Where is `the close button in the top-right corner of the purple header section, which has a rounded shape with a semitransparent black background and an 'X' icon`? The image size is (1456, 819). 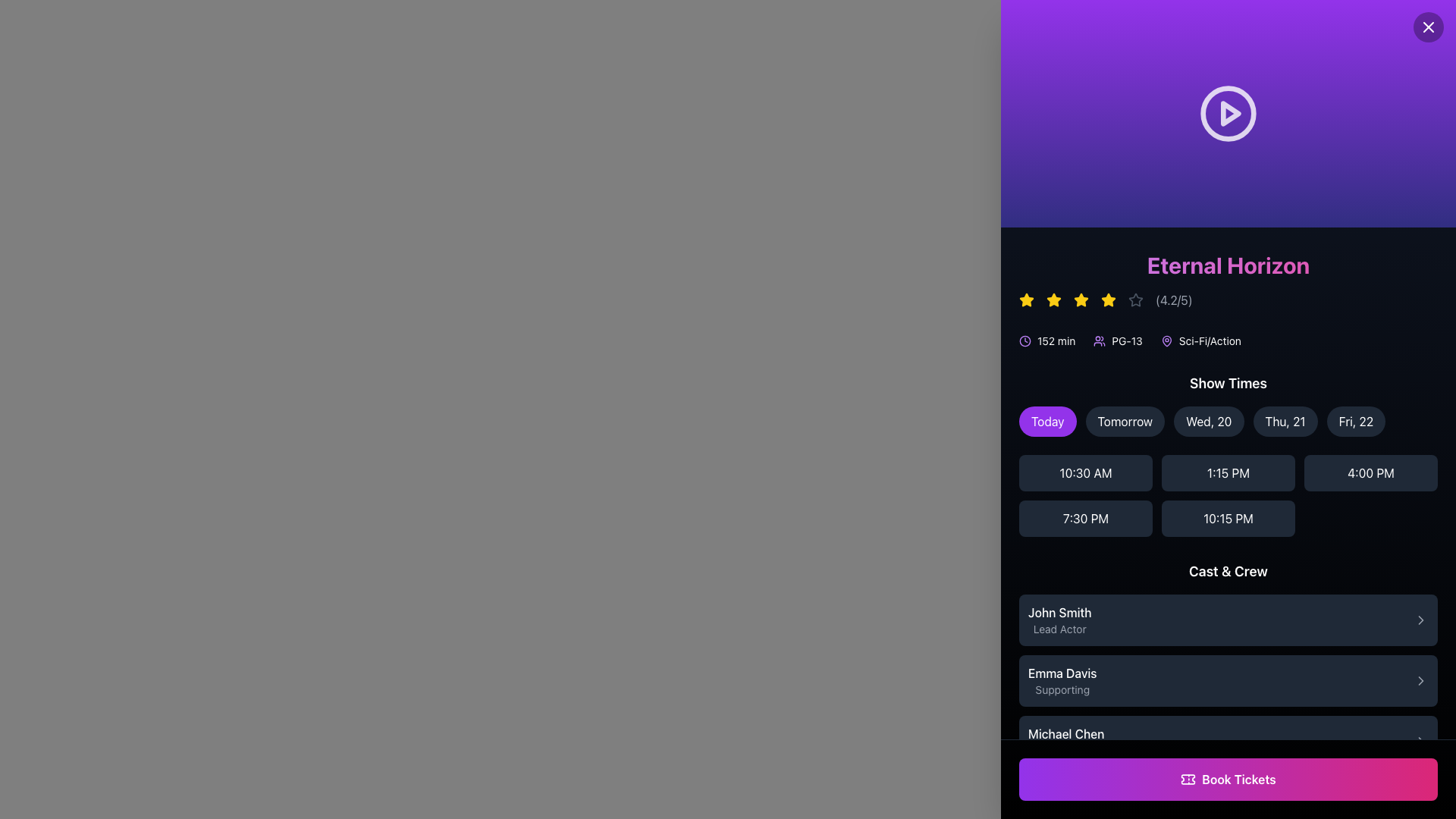 the close button in the top-right corner of the purple header section, which has a rounded shape with a semitransparent black background and an 'X' icon is located at coordinates (1427, 27).